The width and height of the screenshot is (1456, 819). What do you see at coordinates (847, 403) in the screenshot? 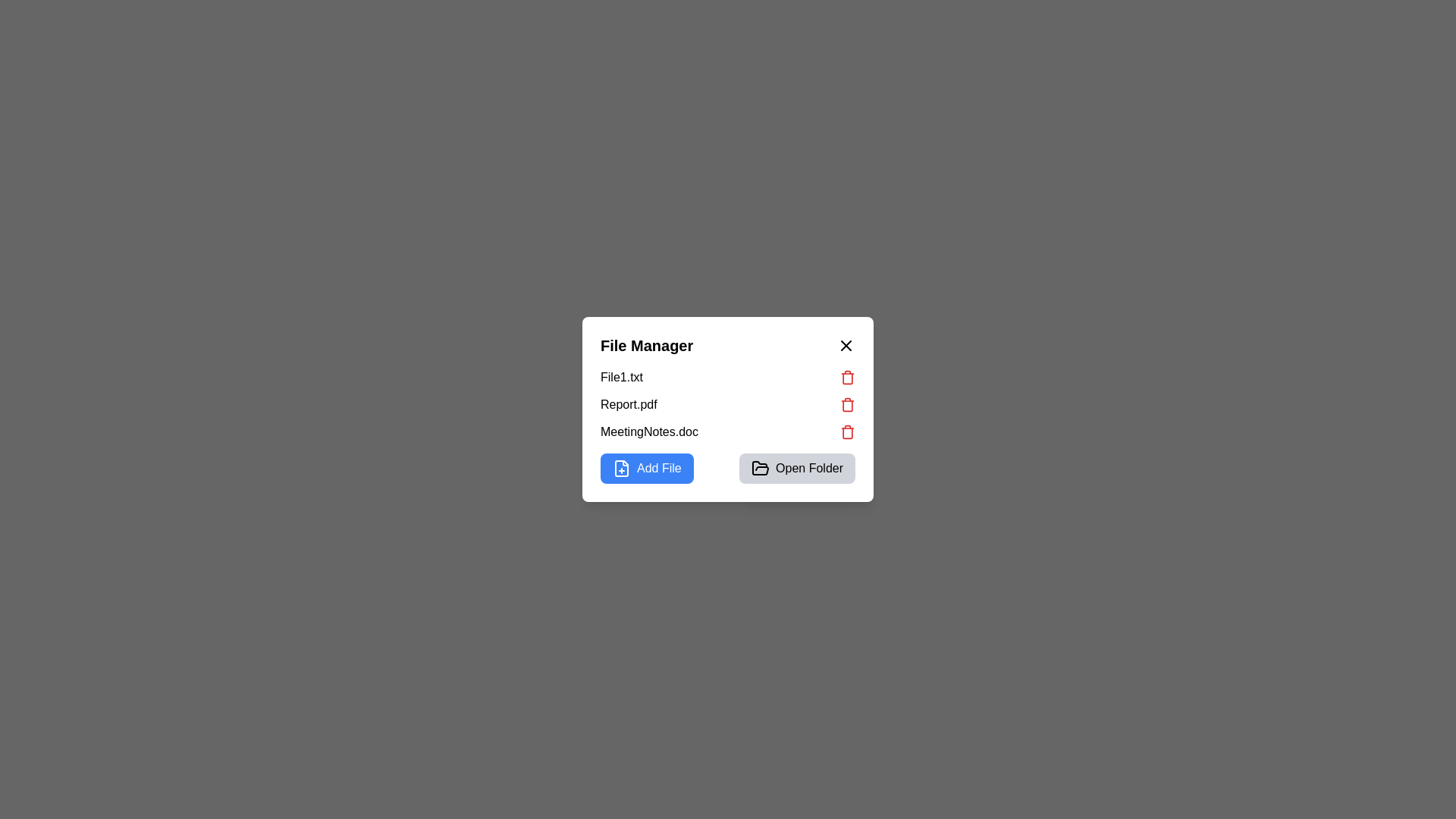
I see `the delete icon next to 'Report.pdf'` at bounding box center [847, 403].